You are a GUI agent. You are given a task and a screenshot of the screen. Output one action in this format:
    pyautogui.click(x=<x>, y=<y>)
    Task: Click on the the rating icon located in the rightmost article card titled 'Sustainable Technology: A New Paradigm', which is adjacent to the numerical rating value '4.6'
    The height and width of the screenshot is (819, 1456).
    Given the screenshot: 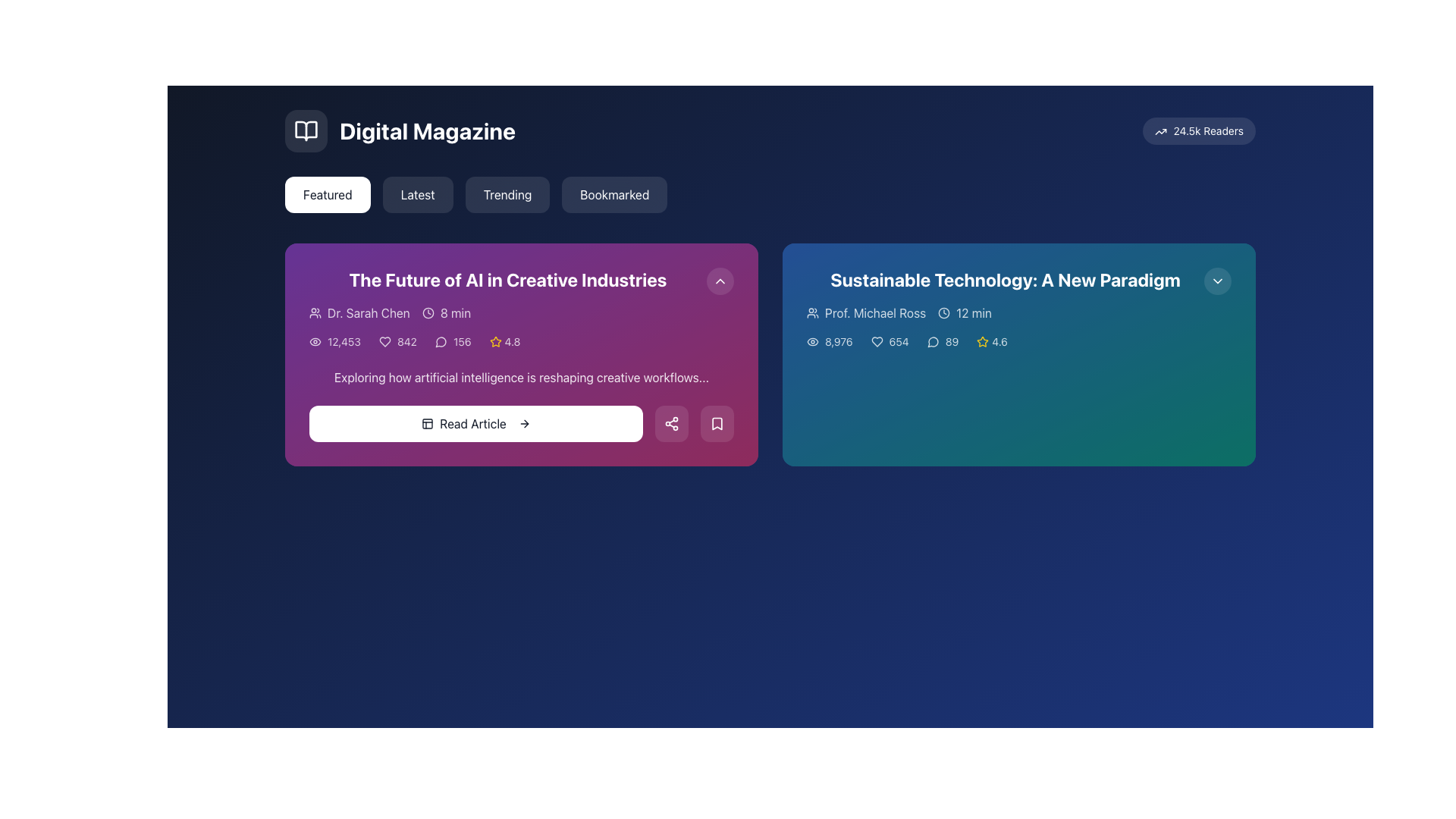 What is the action you would take?
    pyautogui.click(x=983, y=342)
    